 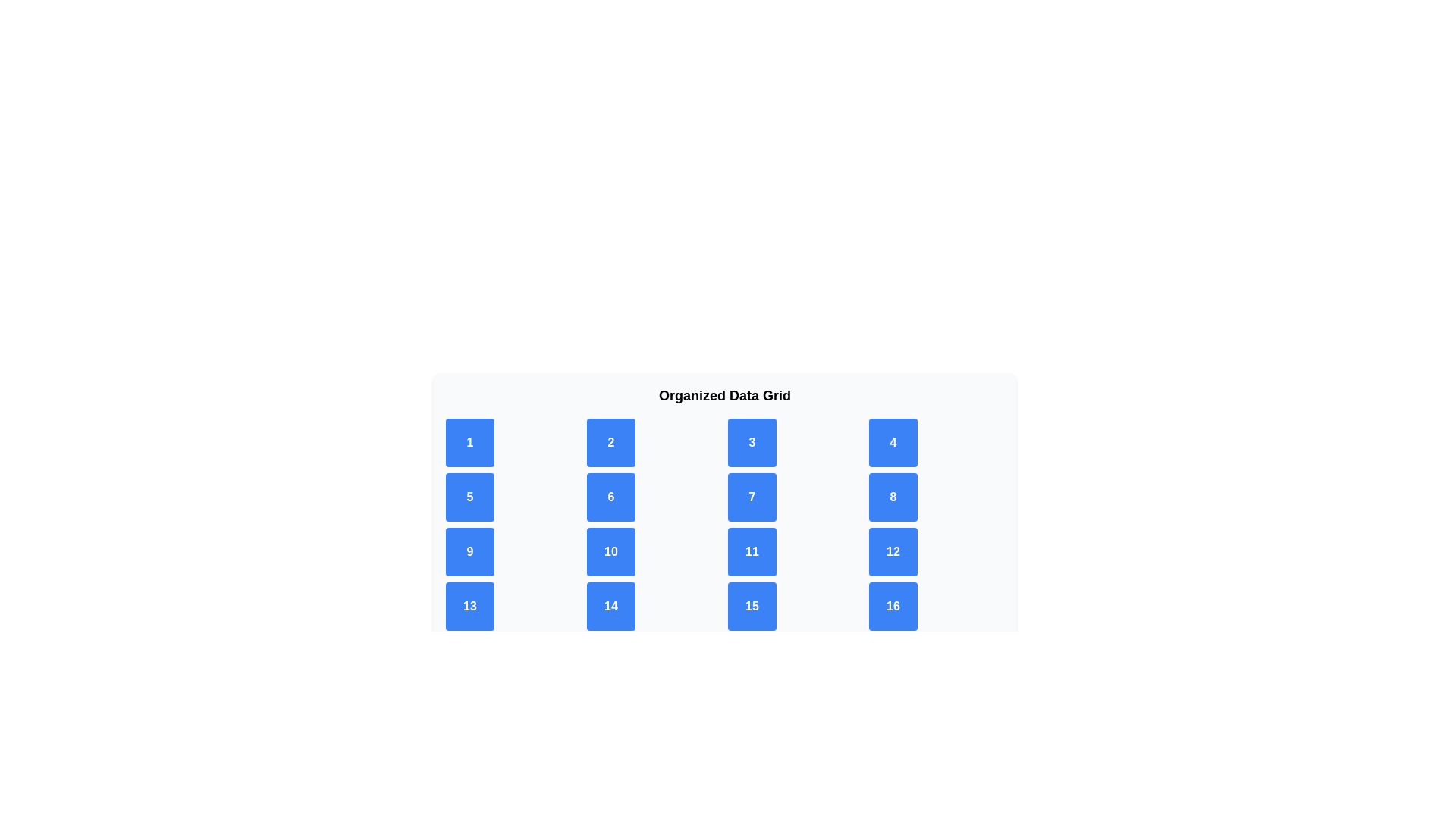 What do you see at coordinates (893, 497) in the screenshot?
I see `the square blue button with a rounded border and the centered white number '8', located in the second row and fourth column of the grid, below the button labeled '4' and above the button labeled '12'` at bounding box center [893, 497].